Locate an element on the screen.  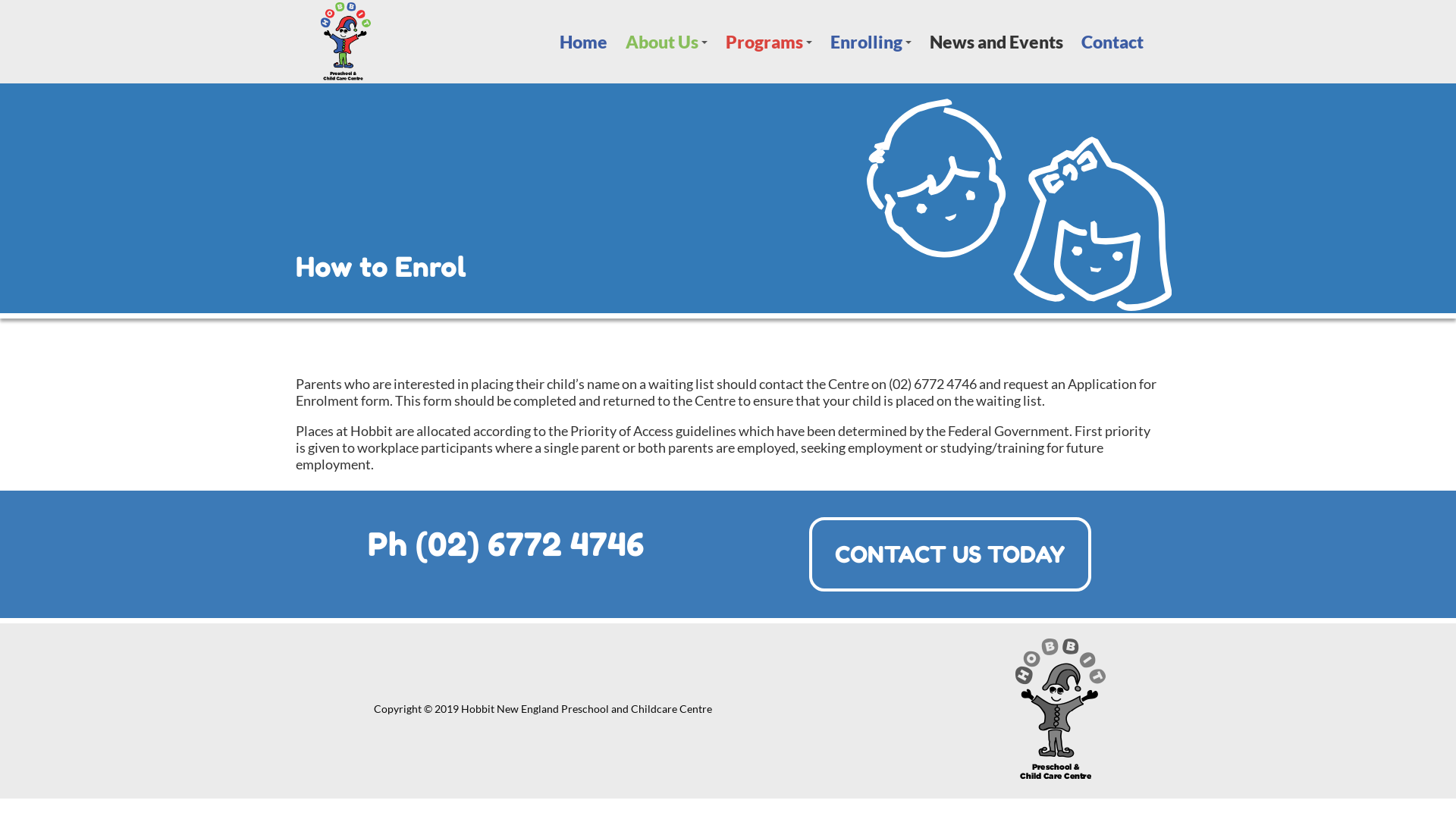
'+ is located at coordinates (666, 41).